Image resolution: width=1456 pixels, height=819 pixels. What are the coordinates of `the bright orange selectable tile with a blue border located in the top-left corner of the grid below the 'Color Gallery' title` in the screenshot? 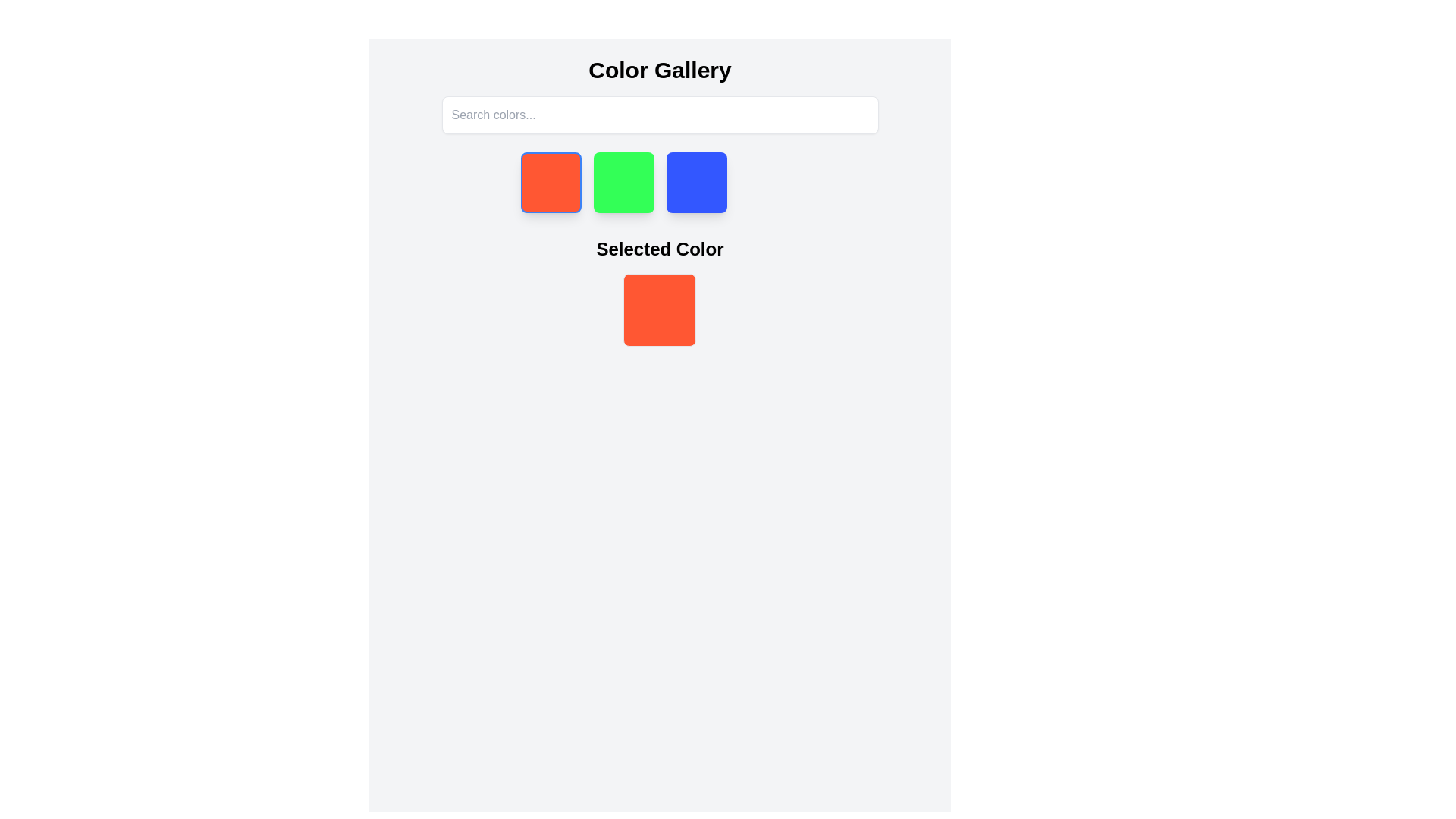 It's located at (550, 181).